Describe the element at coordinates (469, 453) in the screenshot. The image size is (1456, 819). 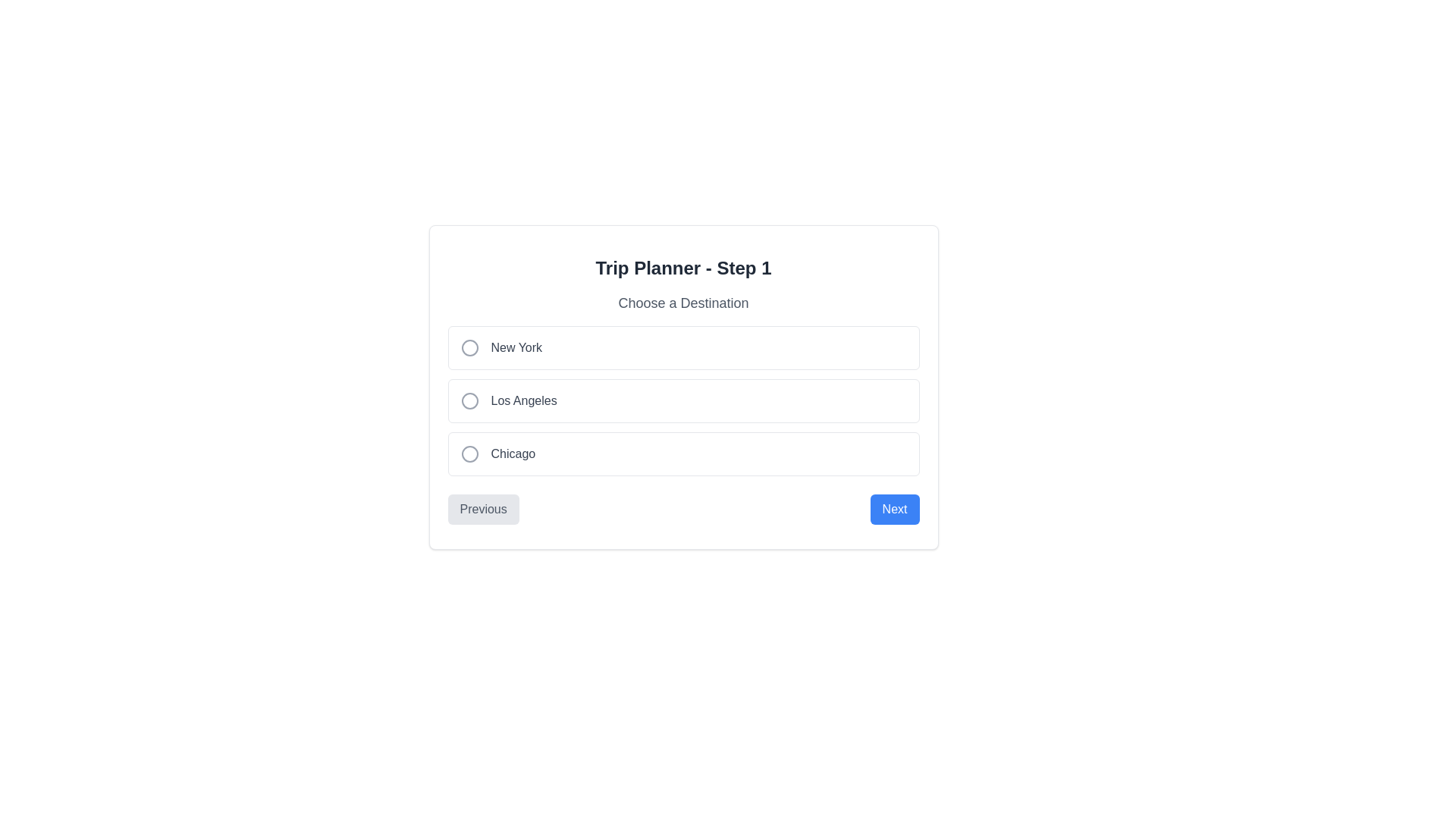
I see `the visual decoration representing the selected state of the 'Chicago' destination item within its radio button` at that location.